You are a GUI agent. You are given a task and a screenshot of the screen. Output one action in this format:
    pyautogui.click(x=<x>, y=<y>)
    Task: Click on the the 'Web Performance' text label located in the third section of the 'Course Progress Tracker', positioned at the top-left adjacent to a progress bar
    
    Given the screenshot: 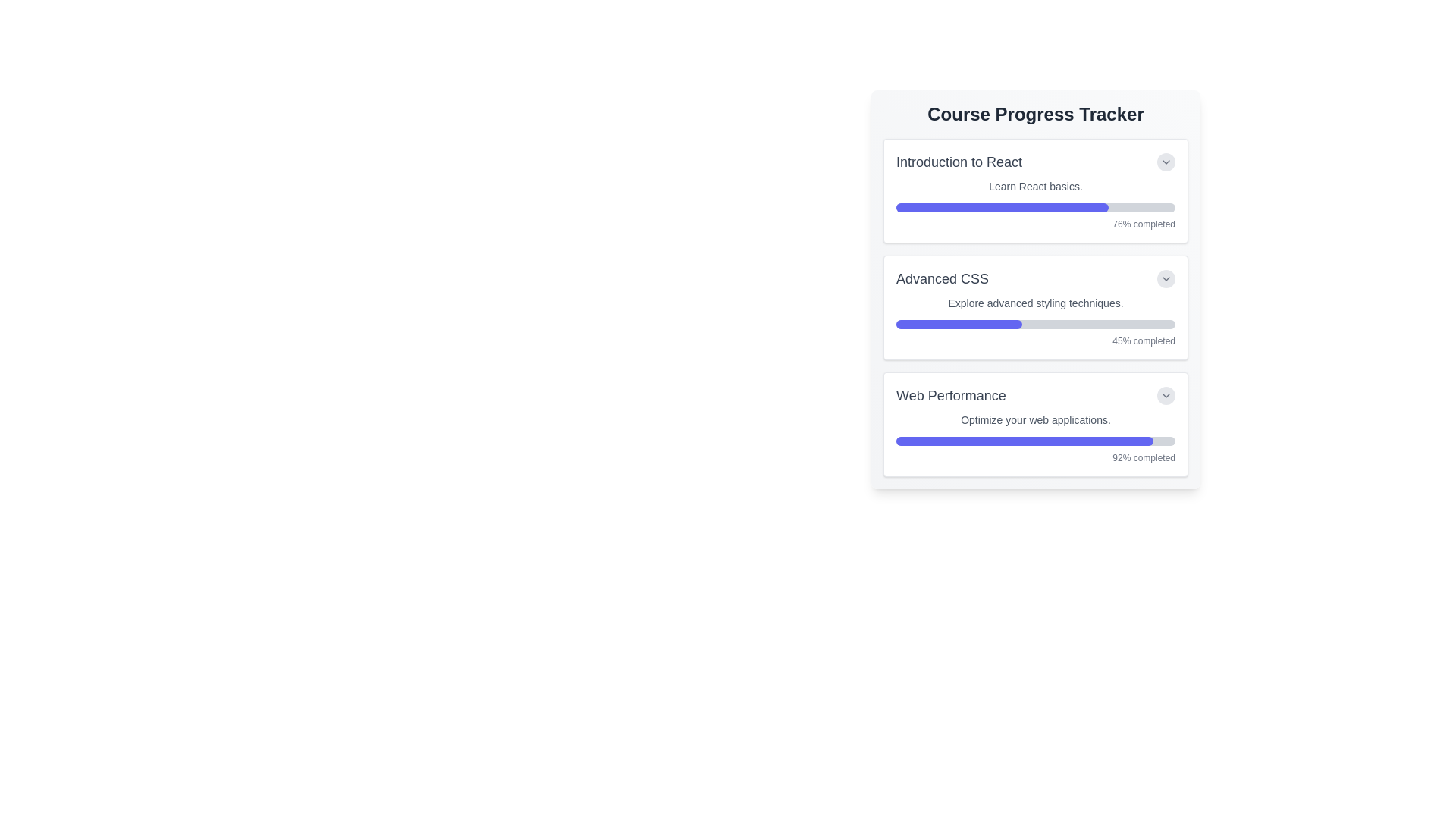 What is the action you would take?
    pyautogui.click(x=950, y=394)
    